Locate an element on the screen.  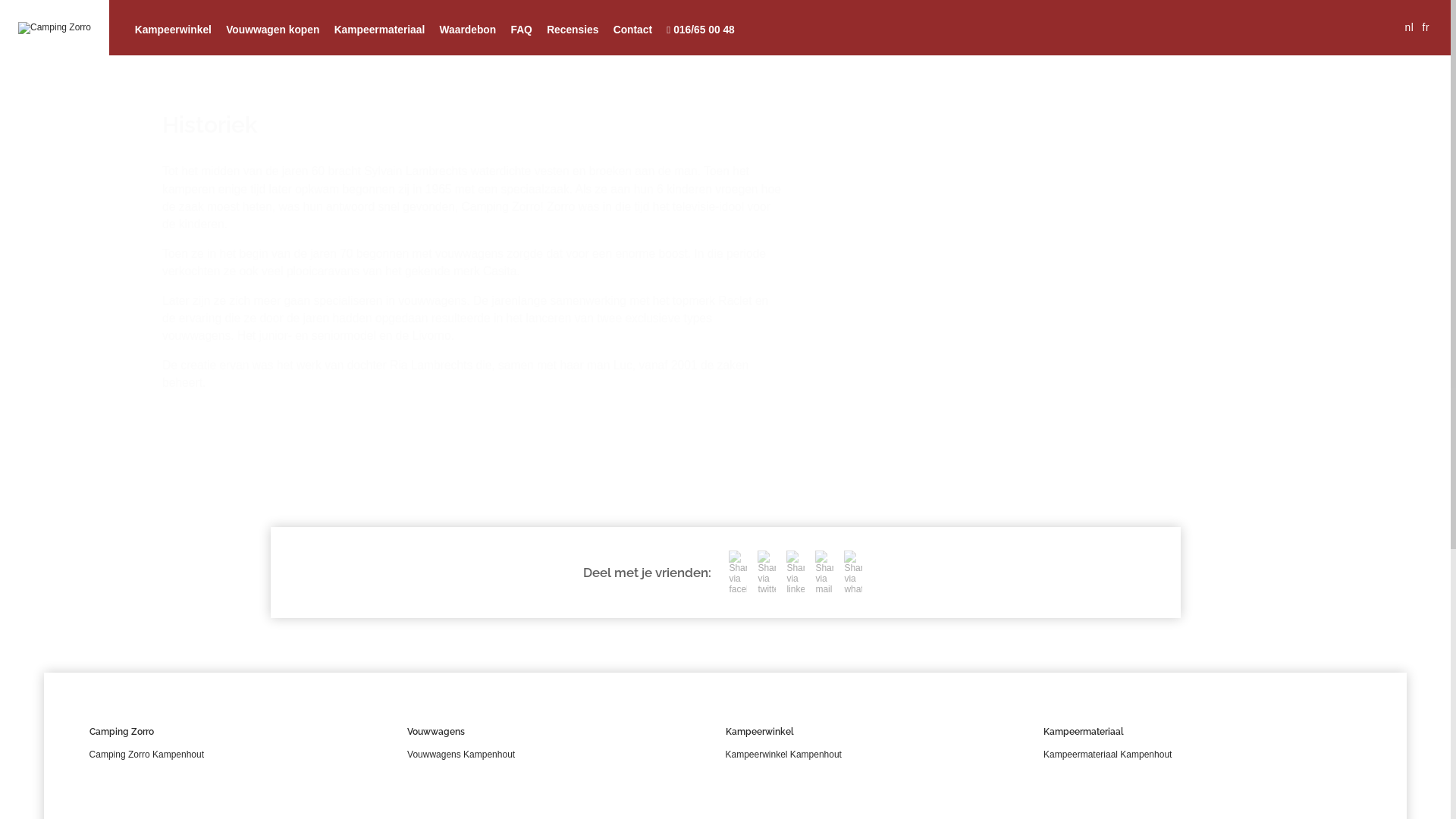
'Waardebon' is located at coordinates (467, 30).